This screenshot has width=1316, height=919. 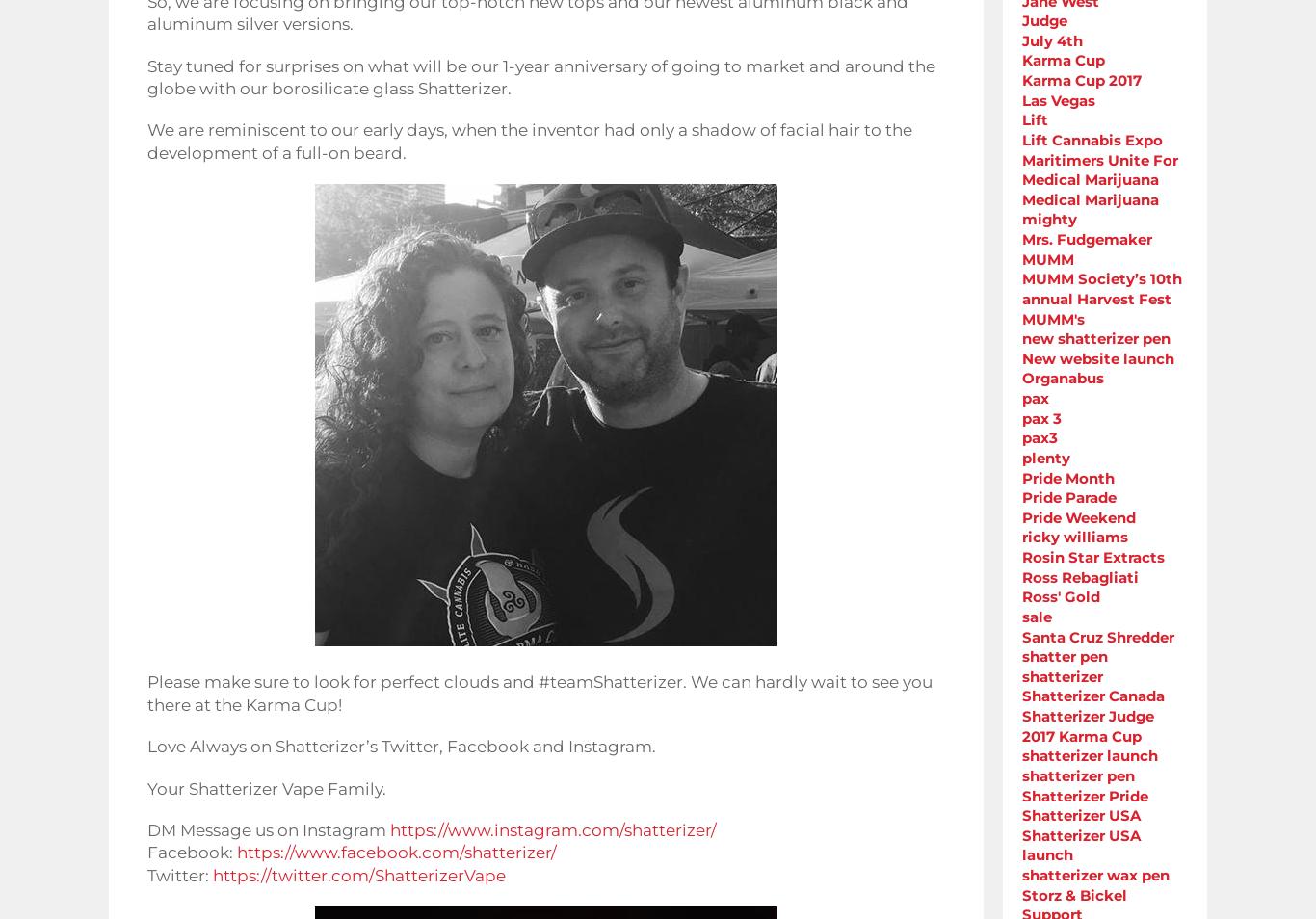 What do you see at coordinates (1092, 556) in the screenshot?
I see `'Rosin Star Extracts'` at bounding box center [1092, 556].